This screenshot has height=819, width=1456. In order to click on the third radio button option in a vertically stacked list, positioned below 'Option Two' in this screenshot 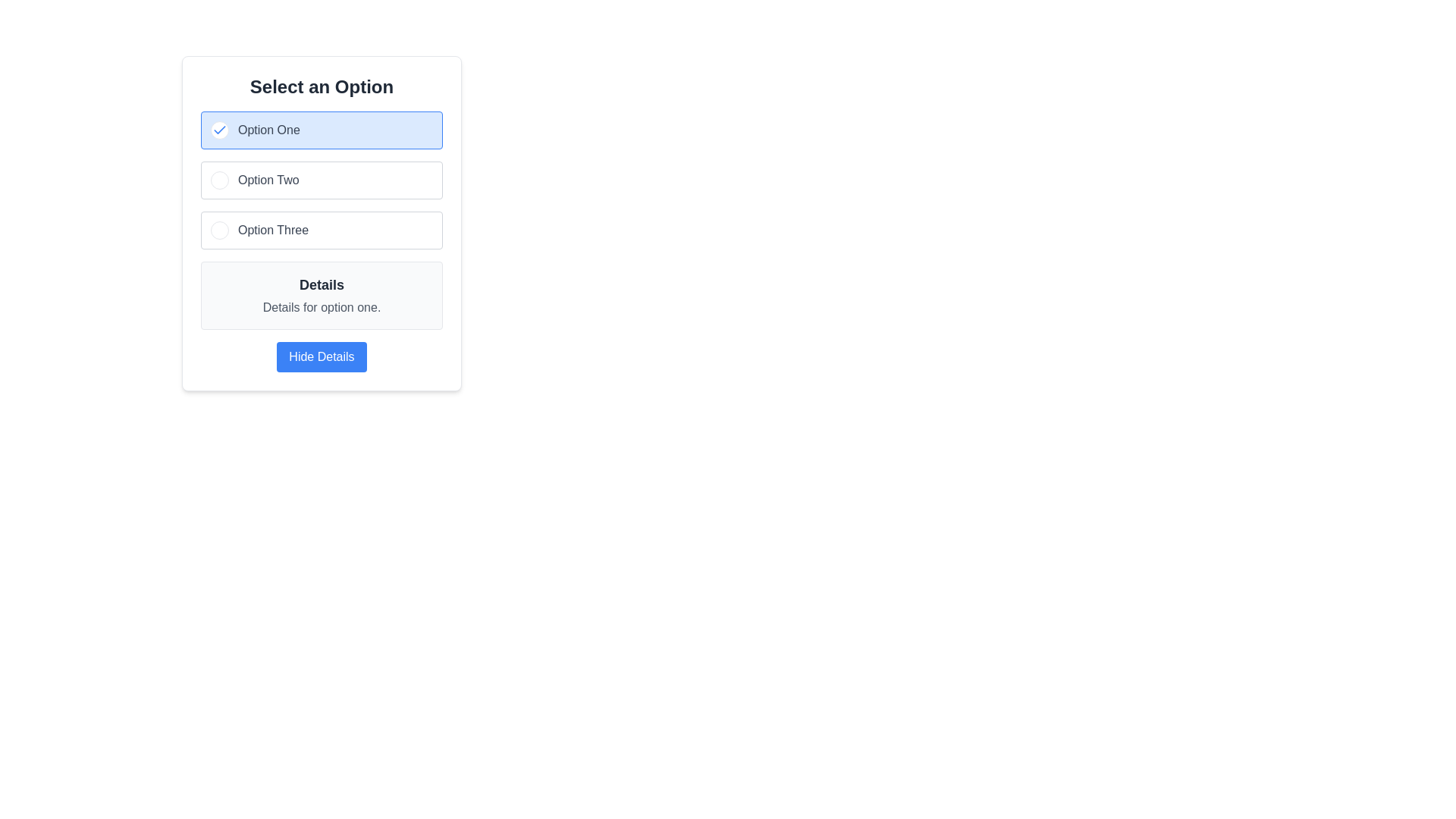, I will do `click(321, 231)`.